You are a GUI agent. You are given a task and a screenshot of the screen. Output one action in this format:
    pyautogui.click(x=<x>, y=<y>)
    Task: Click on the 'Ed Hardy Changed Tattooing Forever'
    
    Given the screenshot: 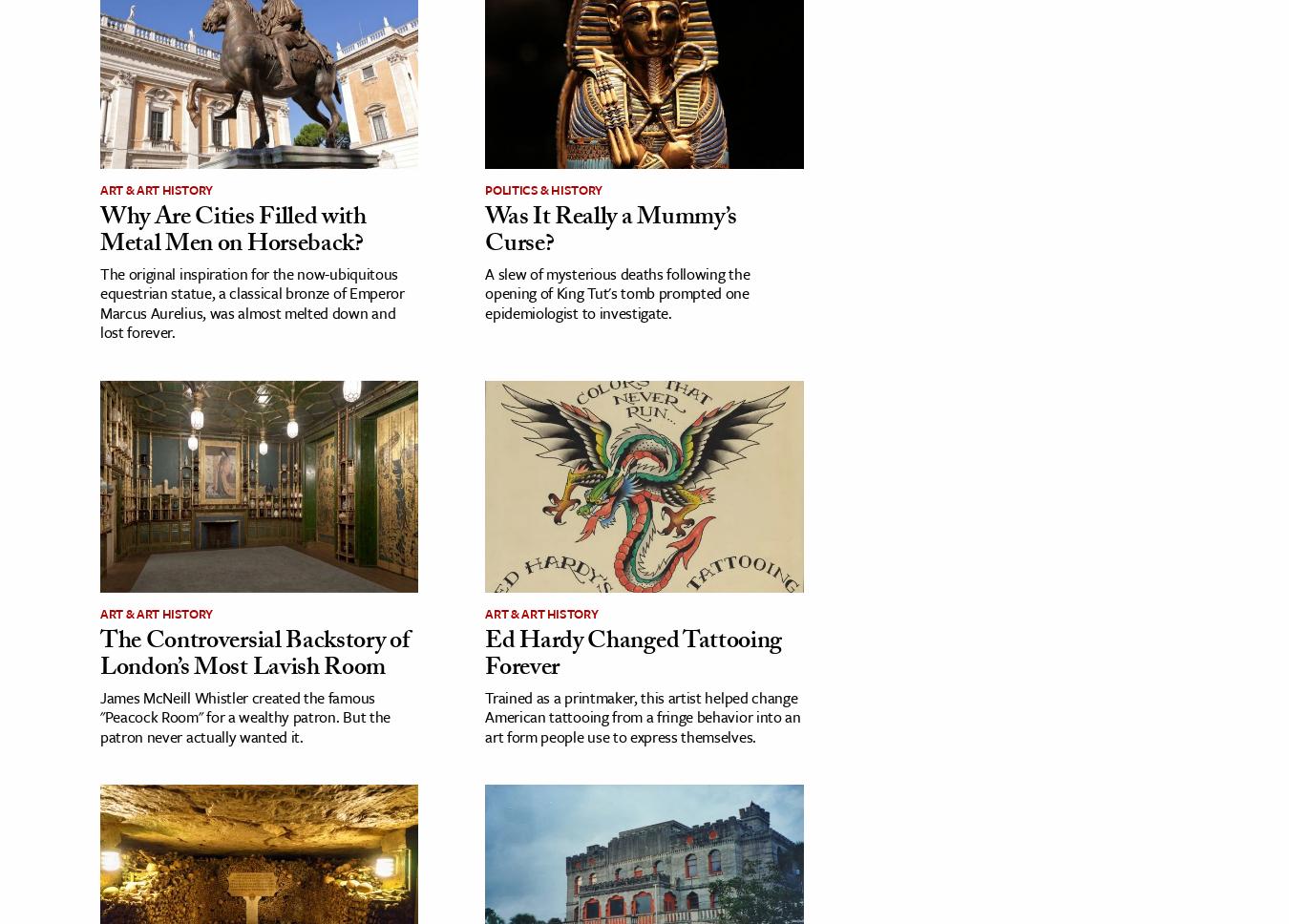 What is the action you would take?
    pyautogui.click(x=633, y=655)
    